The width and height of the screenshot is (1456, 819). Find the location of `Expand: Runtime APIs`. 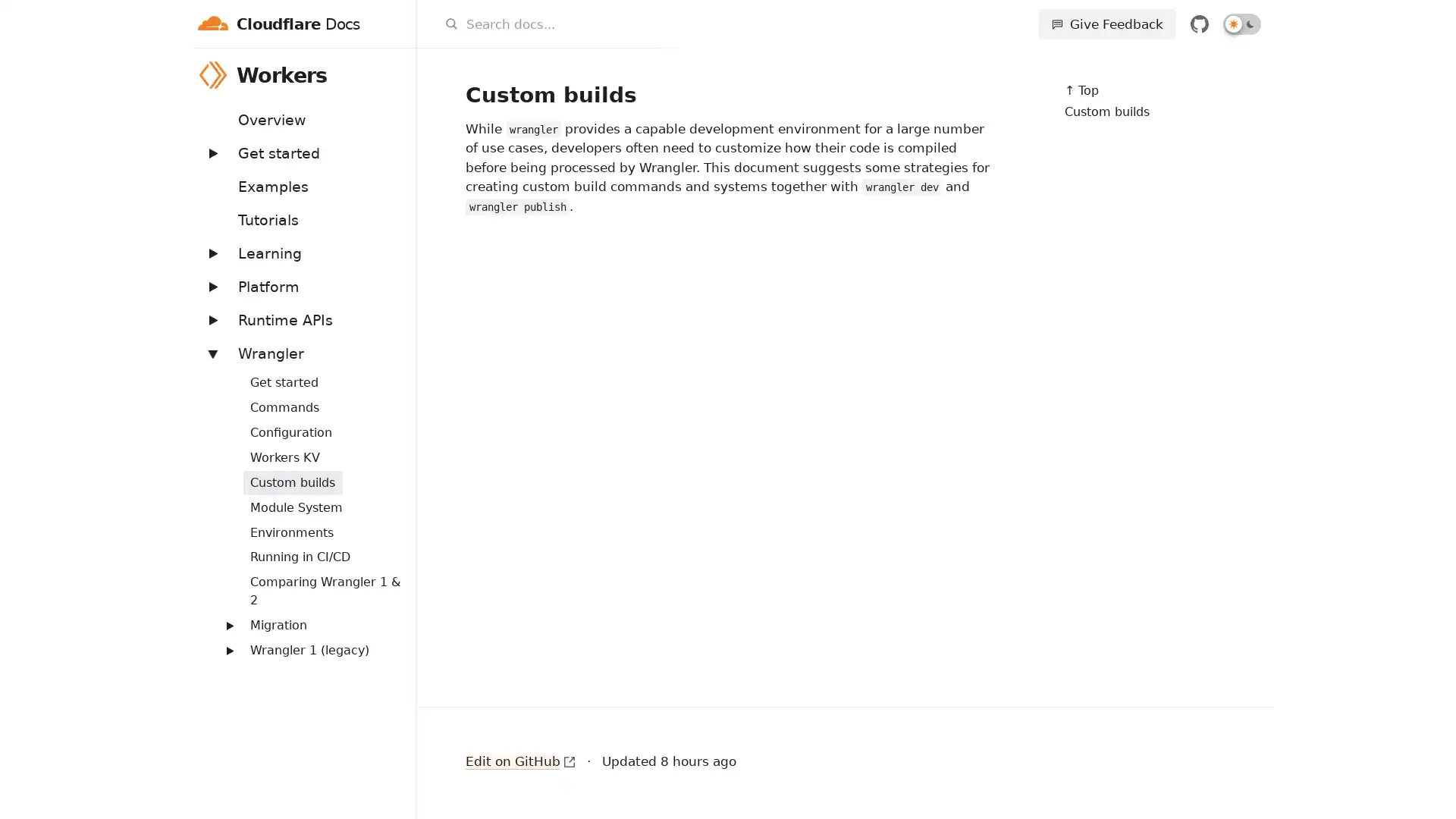

Expand: Runtime APIs is located at coordinates (211, 318).